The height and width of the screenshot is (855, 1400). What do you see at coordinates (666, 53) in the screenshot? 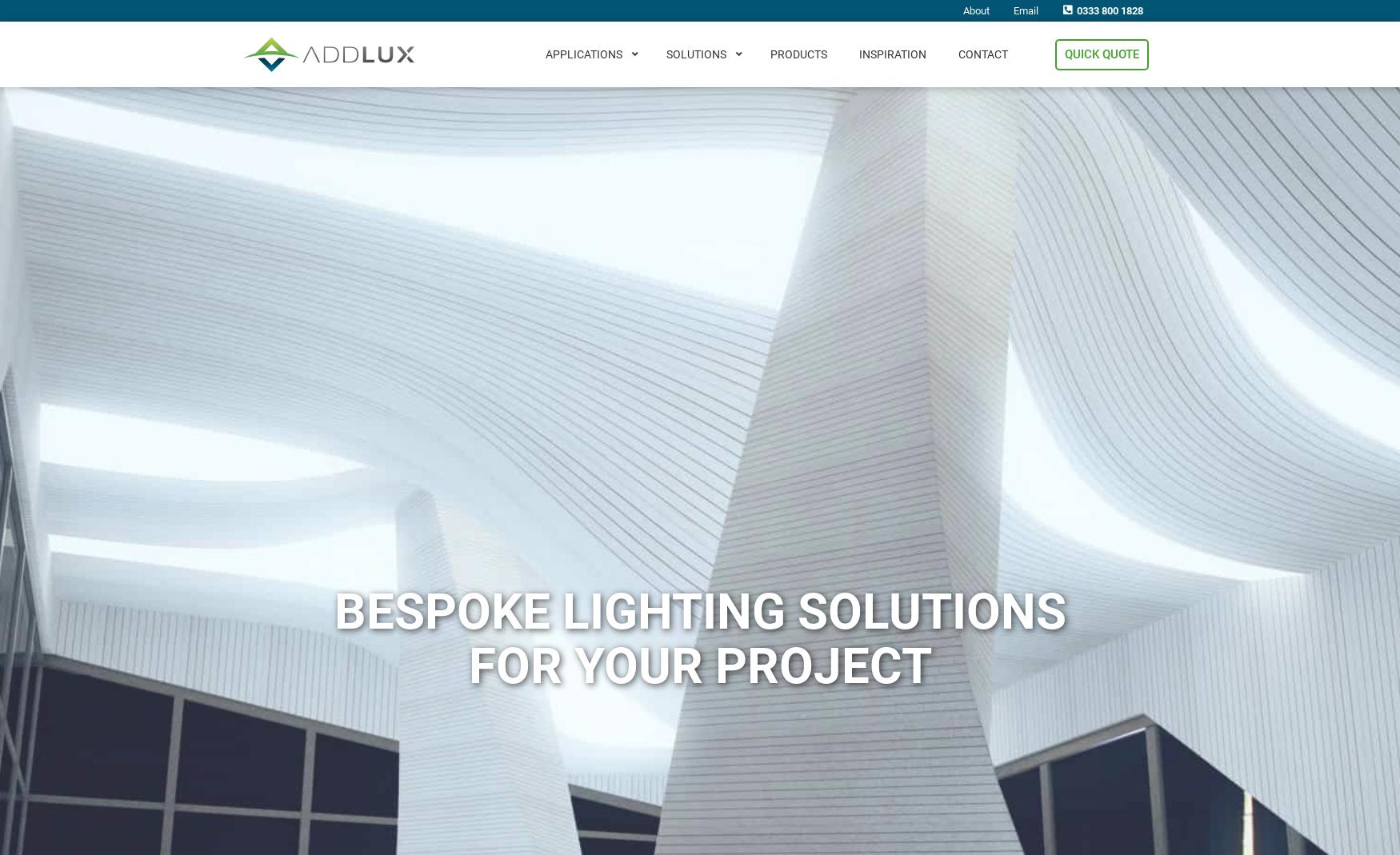
I see `'SOLUTIONS'` at bounding box center [666, 53].